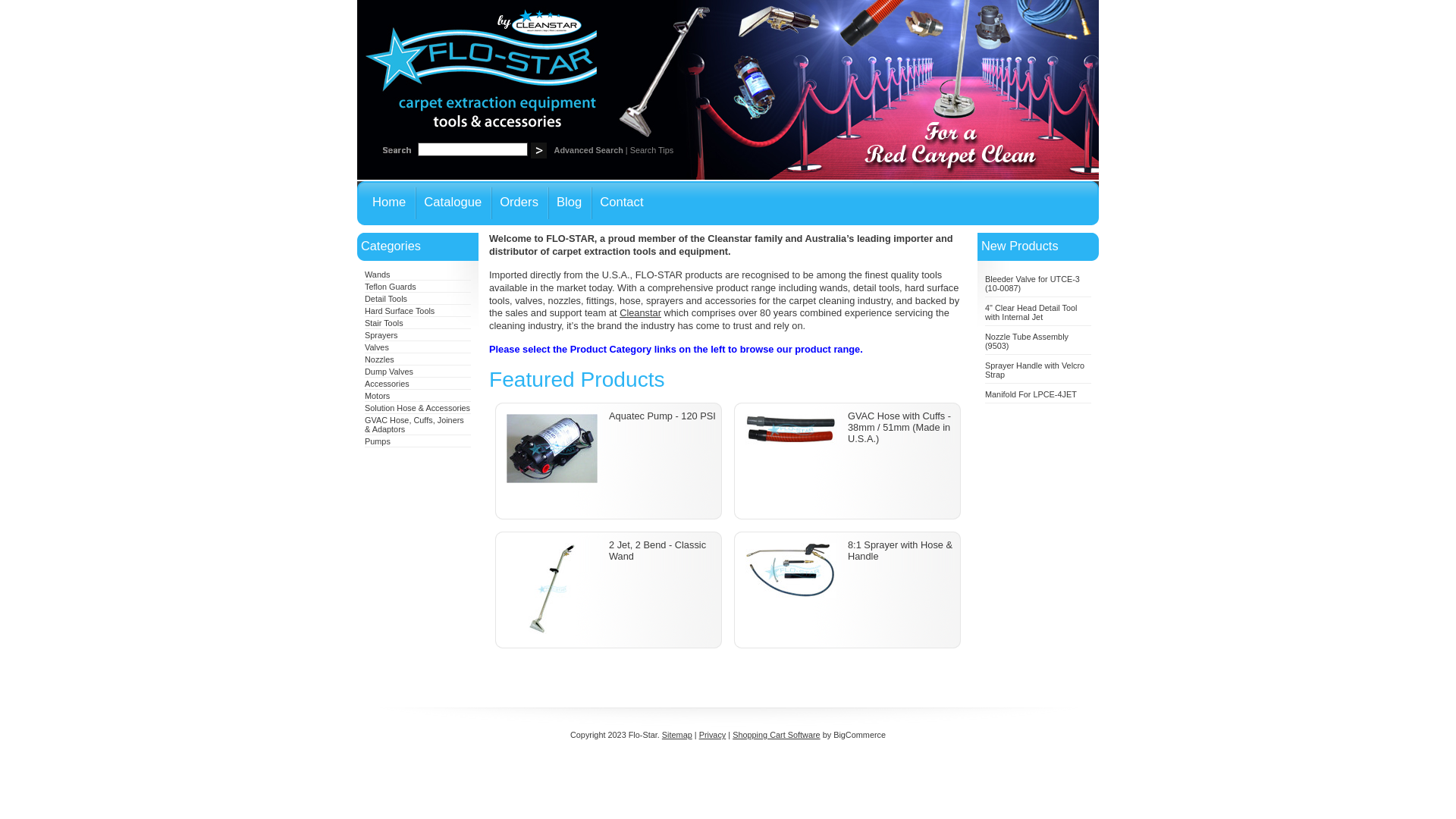 Image resolution: width=1456 pixels, height=819 pixels. What do you see at coordinates (589, 202) in the screenshot?
I see `'Contact'` at bounding box center [589, 202].